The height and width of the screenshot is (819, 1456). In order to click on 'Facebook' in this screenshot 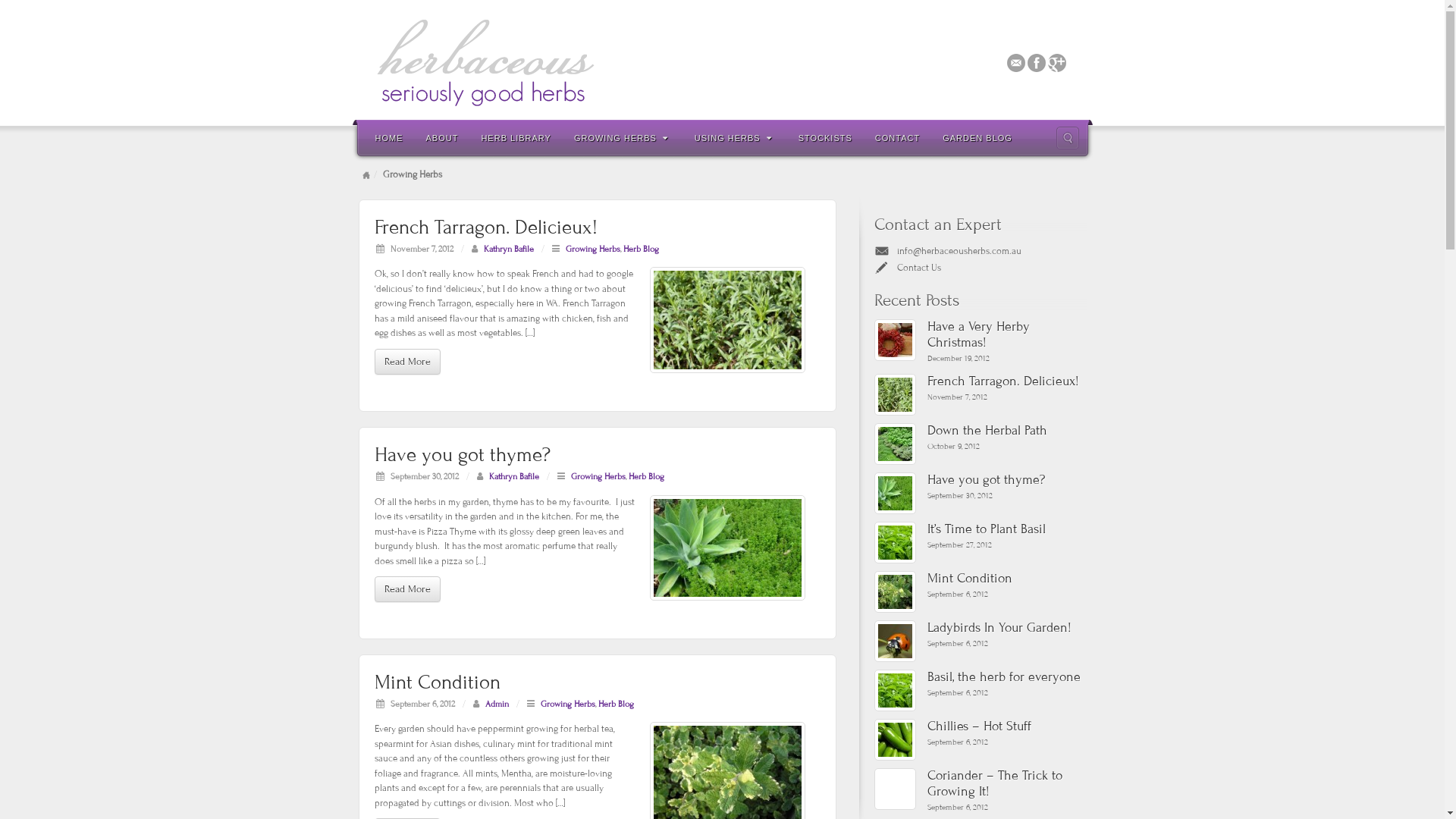, I will do `click(1035, 61)`.